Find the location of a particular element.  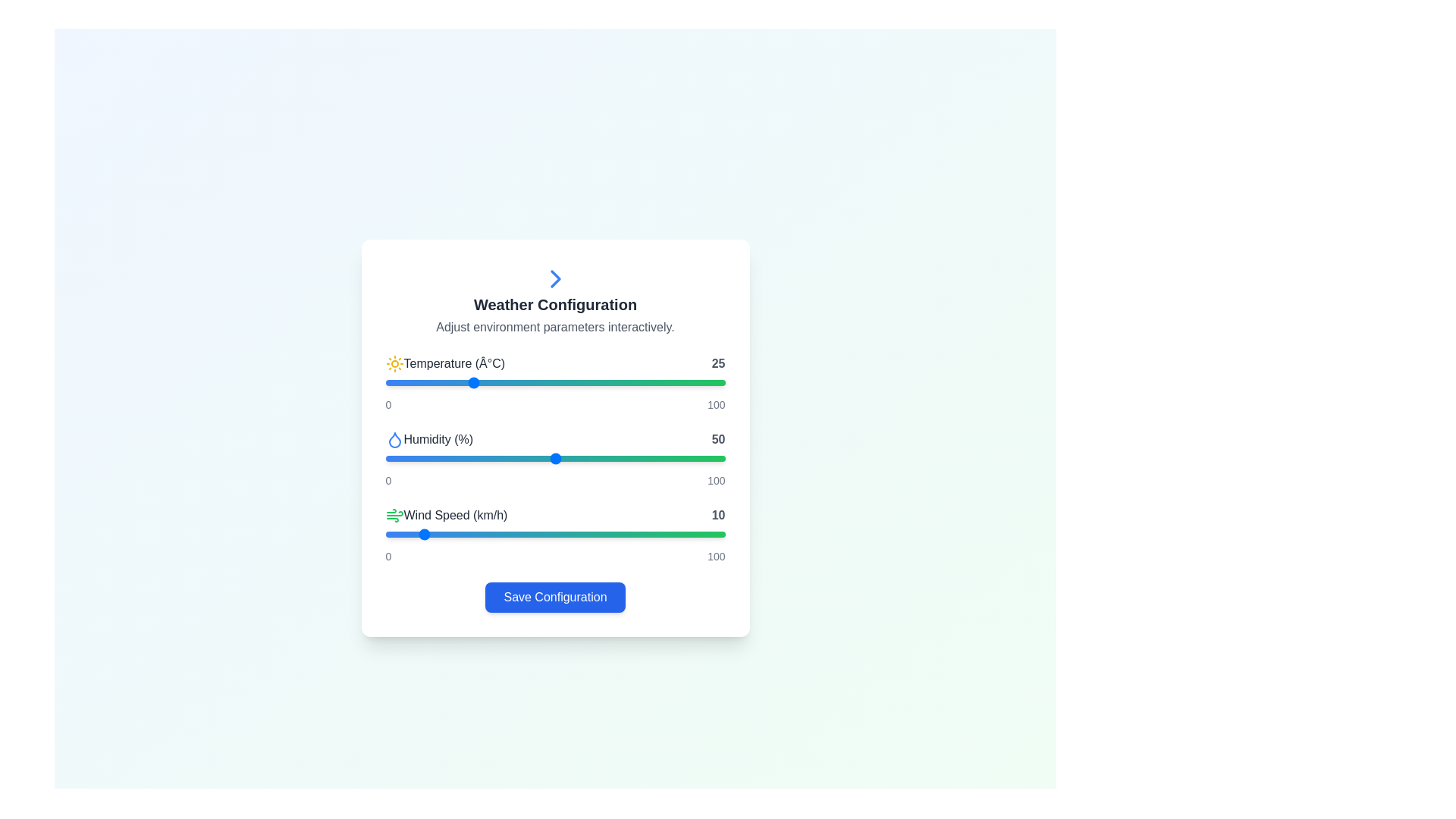

the Text Label displaying the current wind speed in kilometers per hour, located in the bottom-most labeled section of the 'Weather Configuration' card, adjacent to the label 'Wind Speed (km/h)' is located at coordinates (717, 514).